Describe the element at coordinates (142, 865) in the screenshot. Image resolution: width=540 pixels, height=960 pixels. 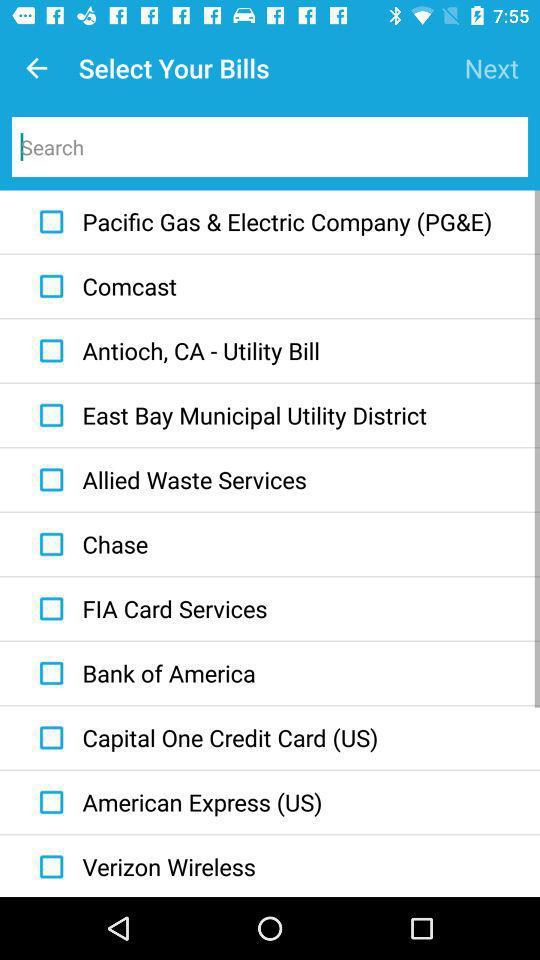
I see `the item below american express (us) icon` at that location.